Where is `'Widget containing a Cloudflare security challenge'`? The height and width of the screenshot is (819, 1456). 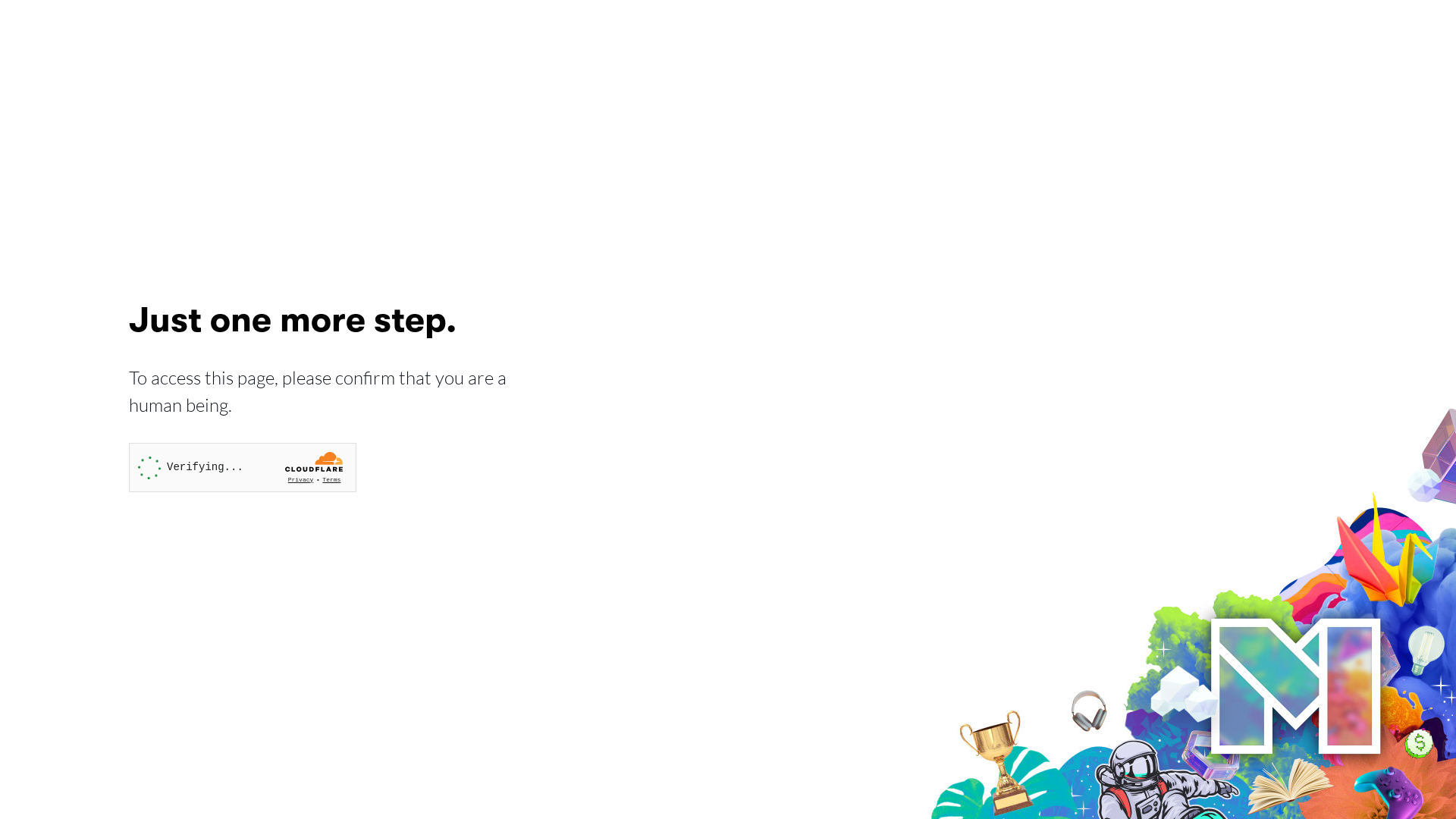 'Widget containing a Cloudflare security challenge' is located at coordinates (243, 466).